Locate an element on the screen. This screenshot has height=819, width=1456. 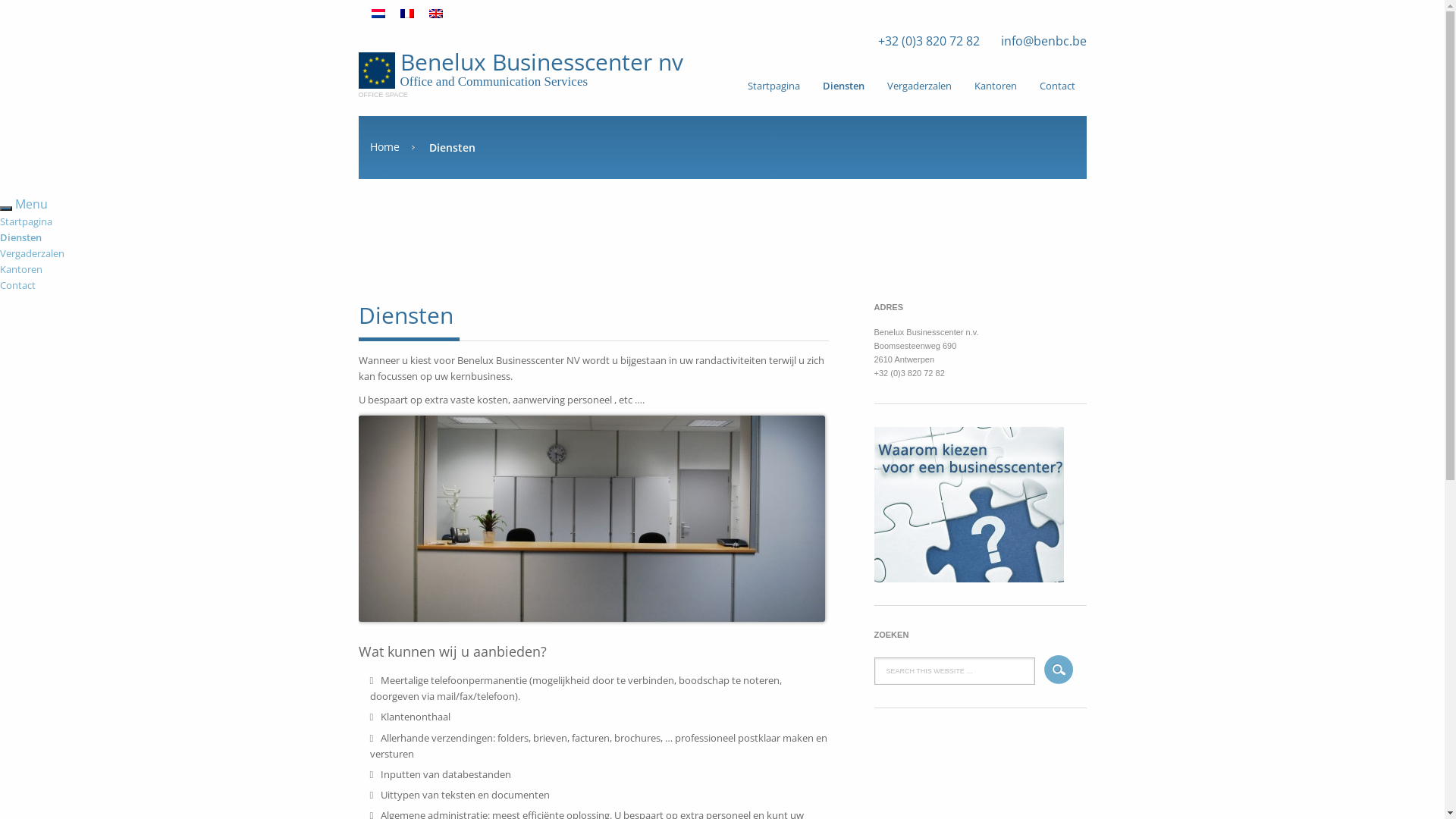
'Diensten' is located at coordinates (20, 237).